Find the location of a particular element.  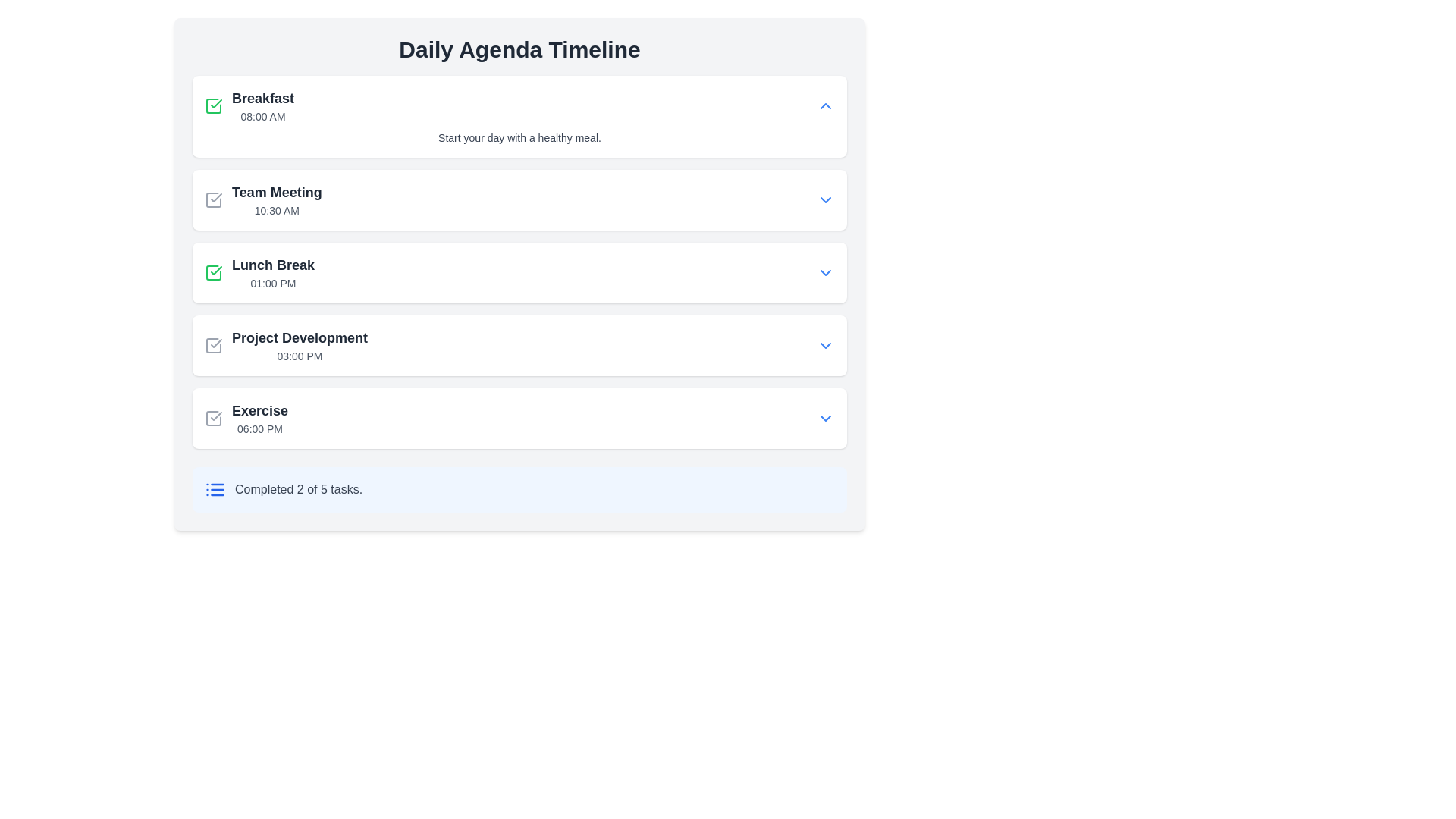

the 'Lunch Break' text label is located at coordinates (273, 265).